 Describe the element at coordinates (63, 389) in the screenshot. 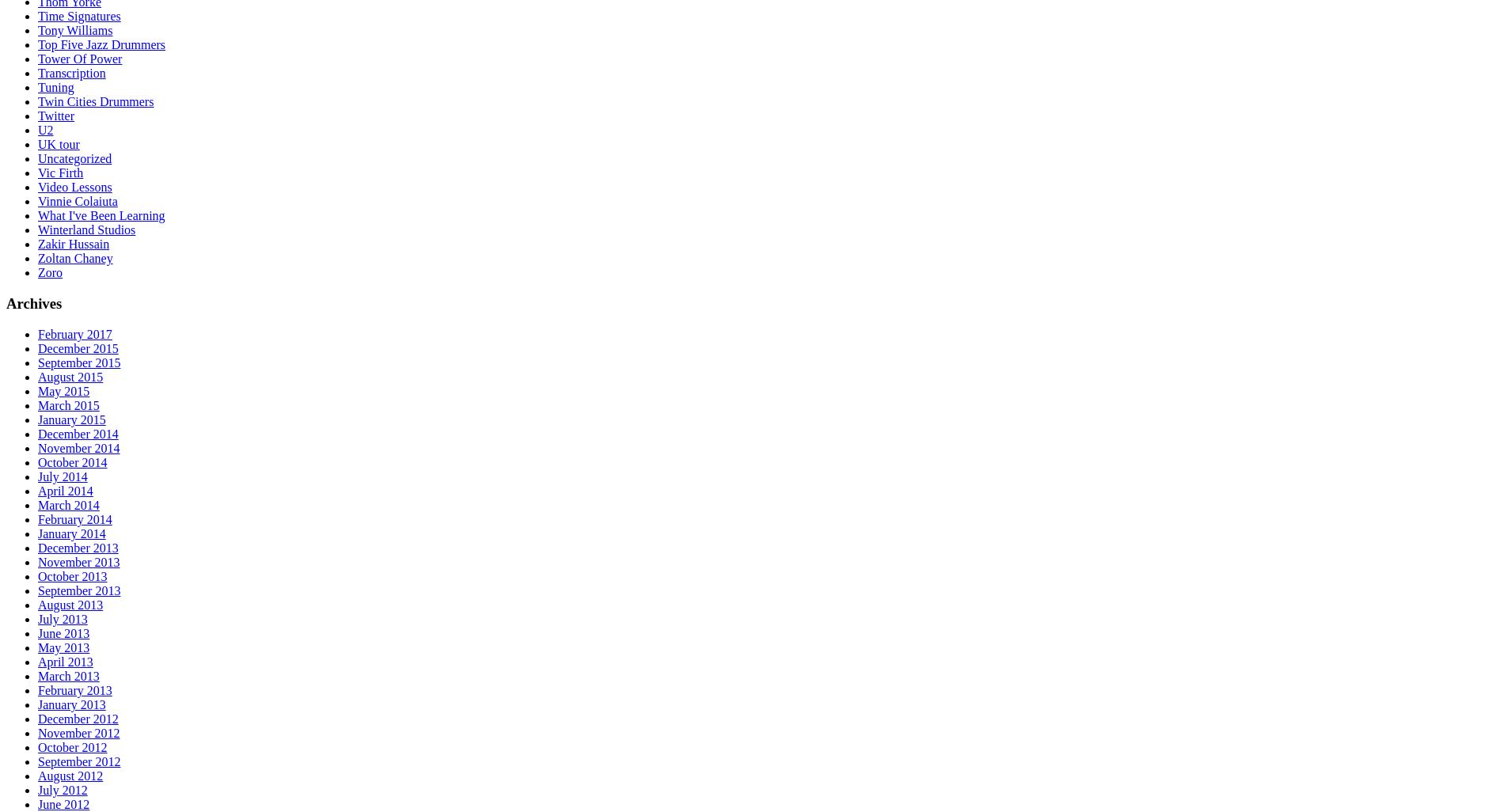

I see `'May 2015'` at that location.